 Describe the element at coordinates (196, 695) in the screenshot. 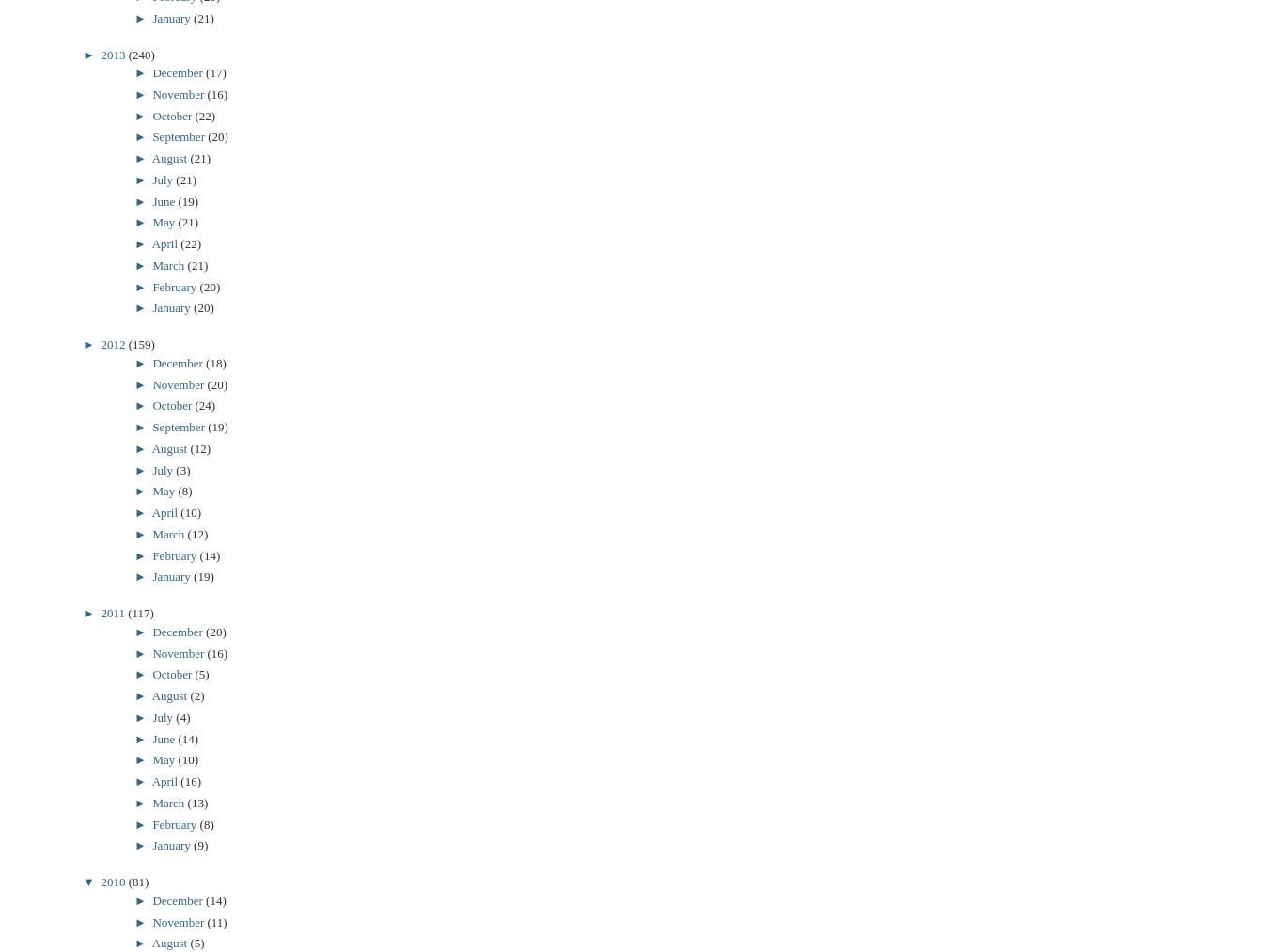

I see `'(2)'` at that location.